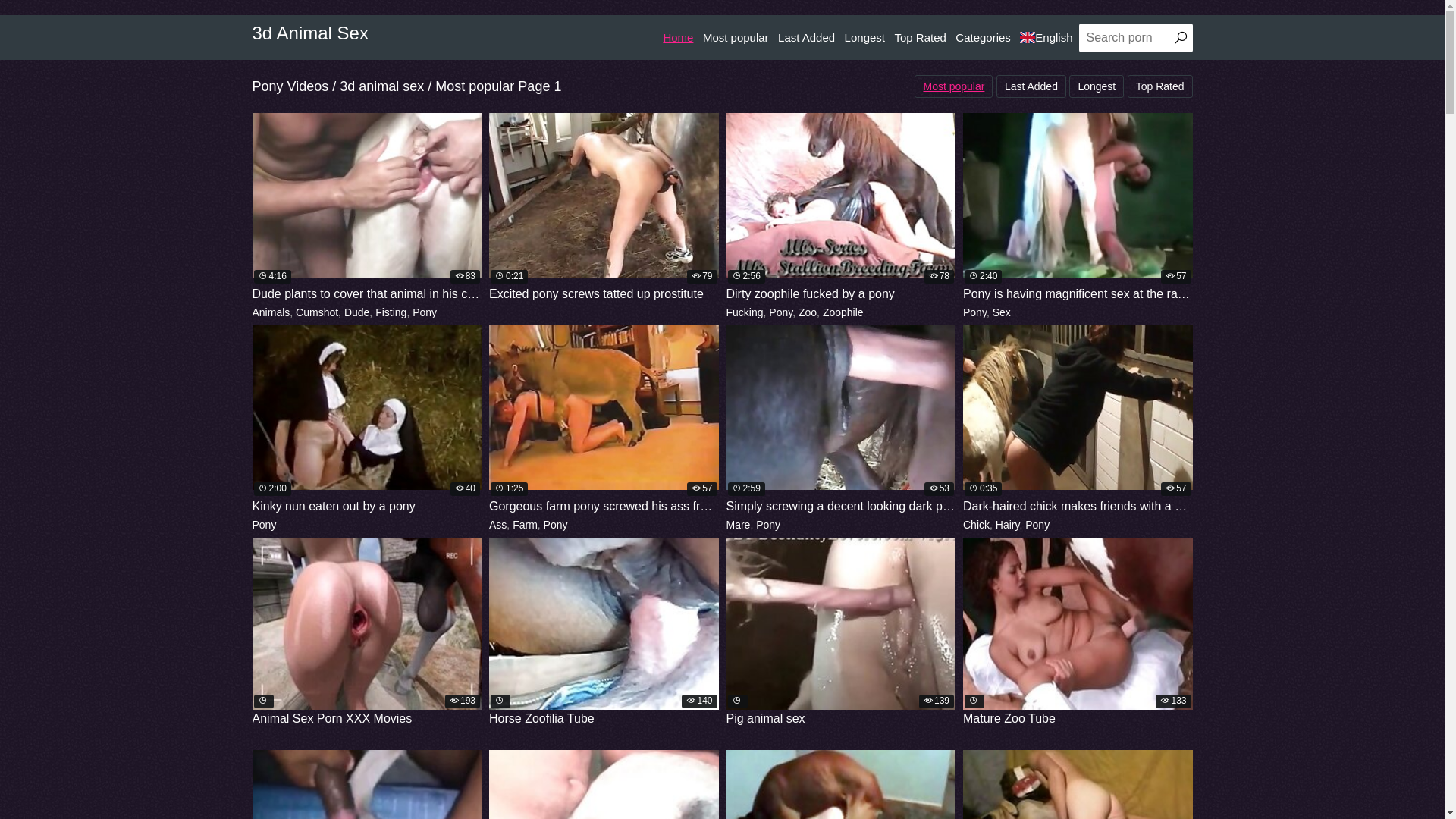 This screenshot has width=1456, height=819. I want to click on '3d Animal Sex', so click(309, 33).